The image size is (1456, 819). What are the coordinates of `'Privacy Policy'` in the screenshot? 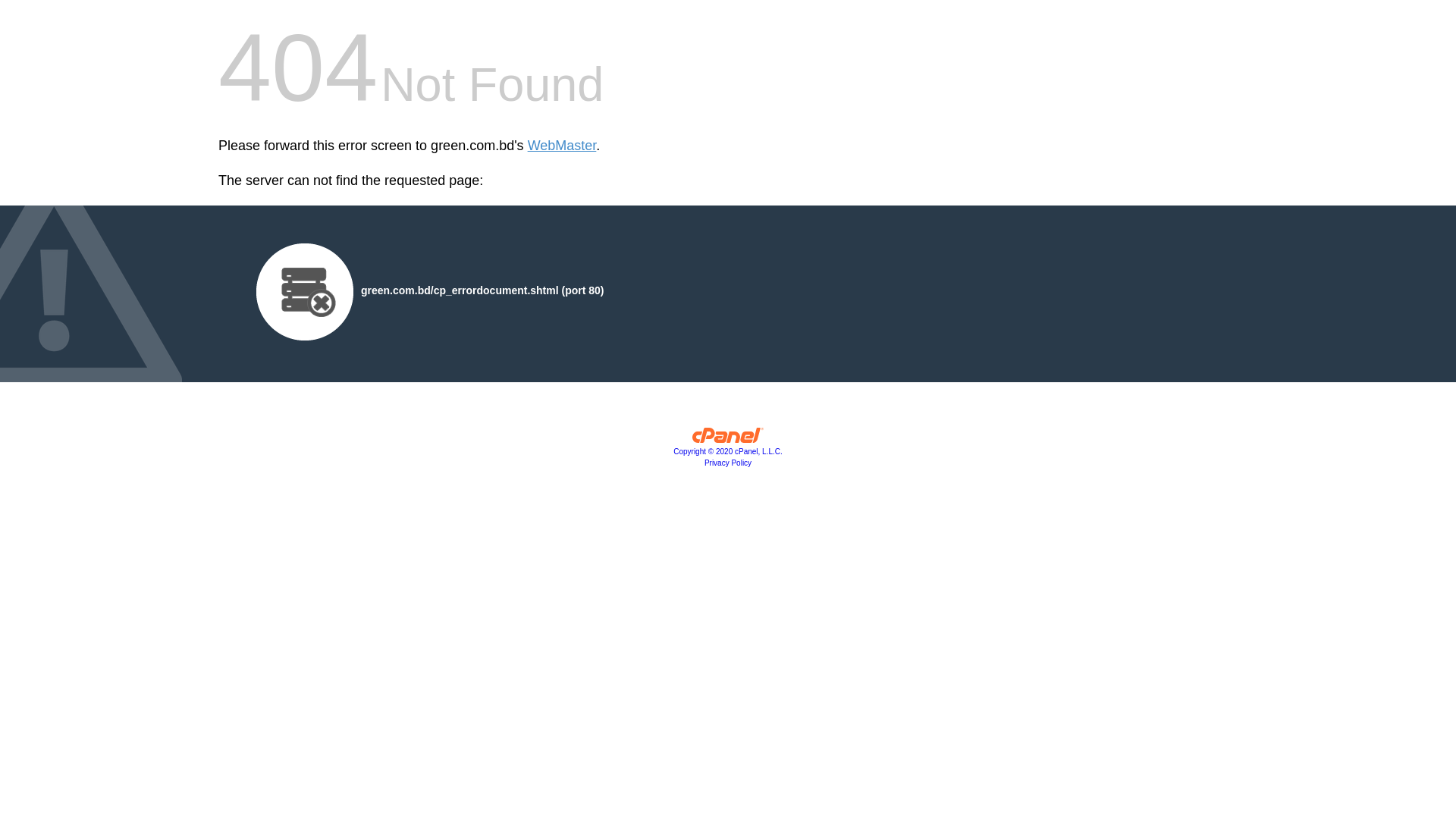 It's located at (728, 462).